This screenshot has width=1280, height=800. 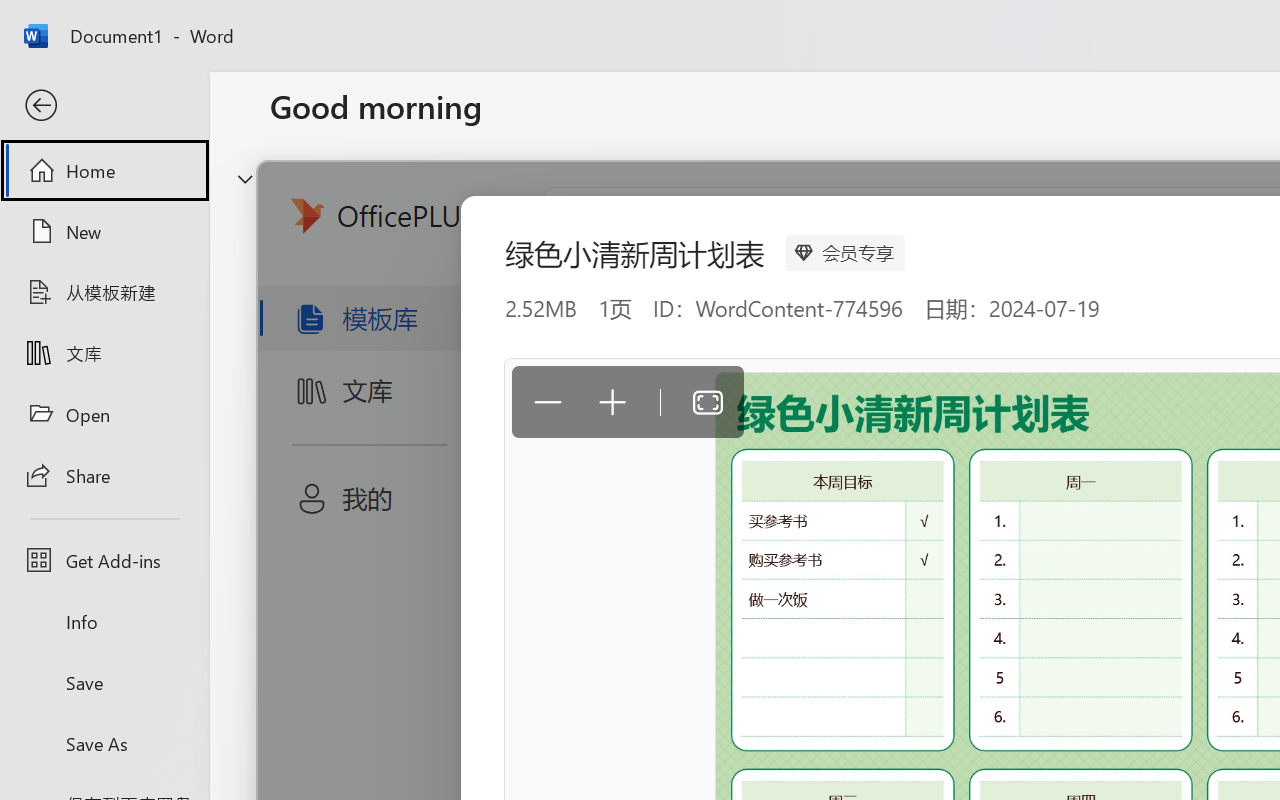 What do you see at coordinates (103, 560) in the screenshot?
I see `'Get Add-ins'` at bounding box center [103, 560].